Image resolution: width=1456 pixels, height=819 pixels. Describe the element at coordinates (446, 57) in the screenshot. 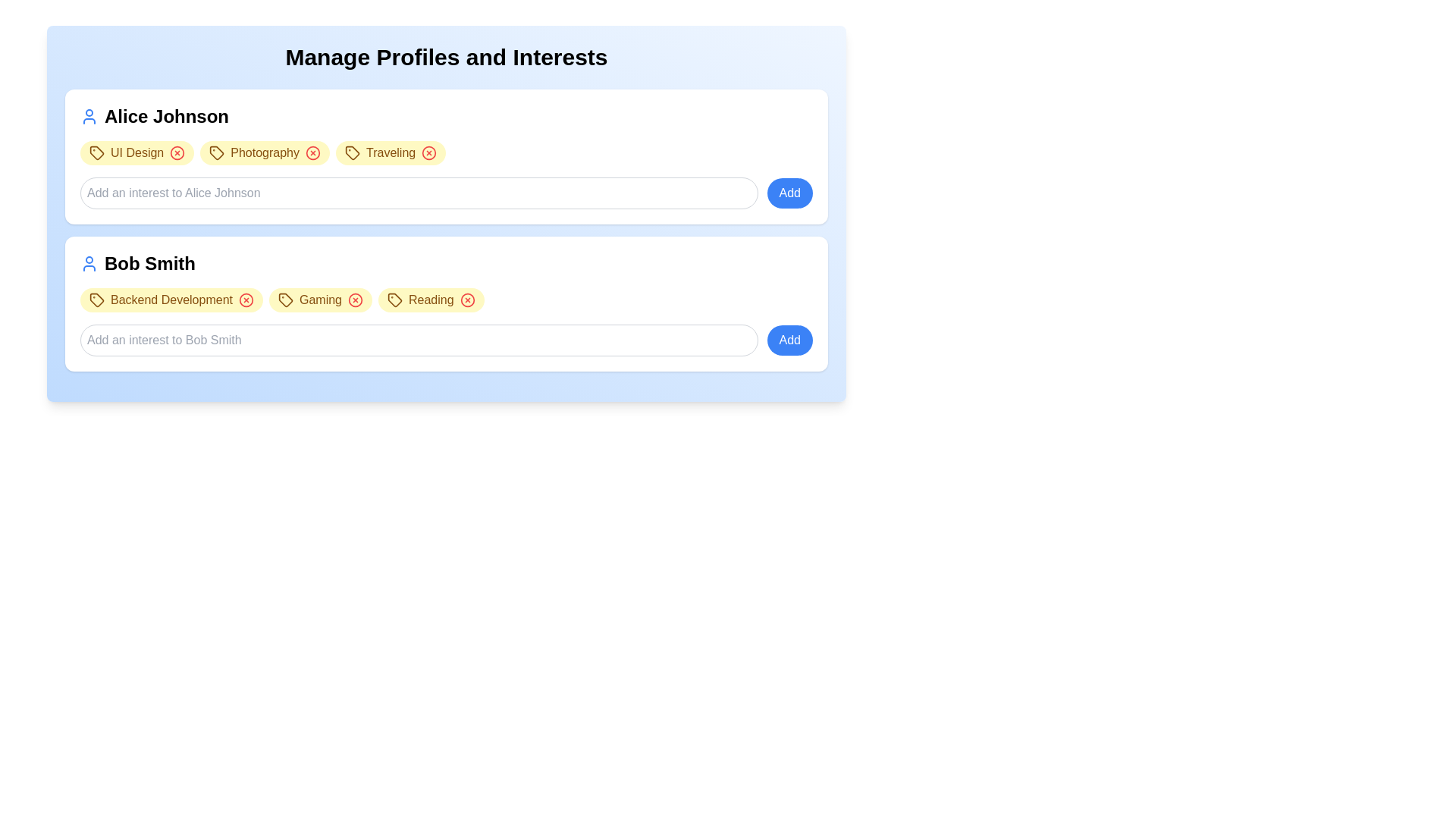

I see `text heading that reads 'Manage Profiles and Interests', which is prominently displayed at the top of the user interface` at that location.